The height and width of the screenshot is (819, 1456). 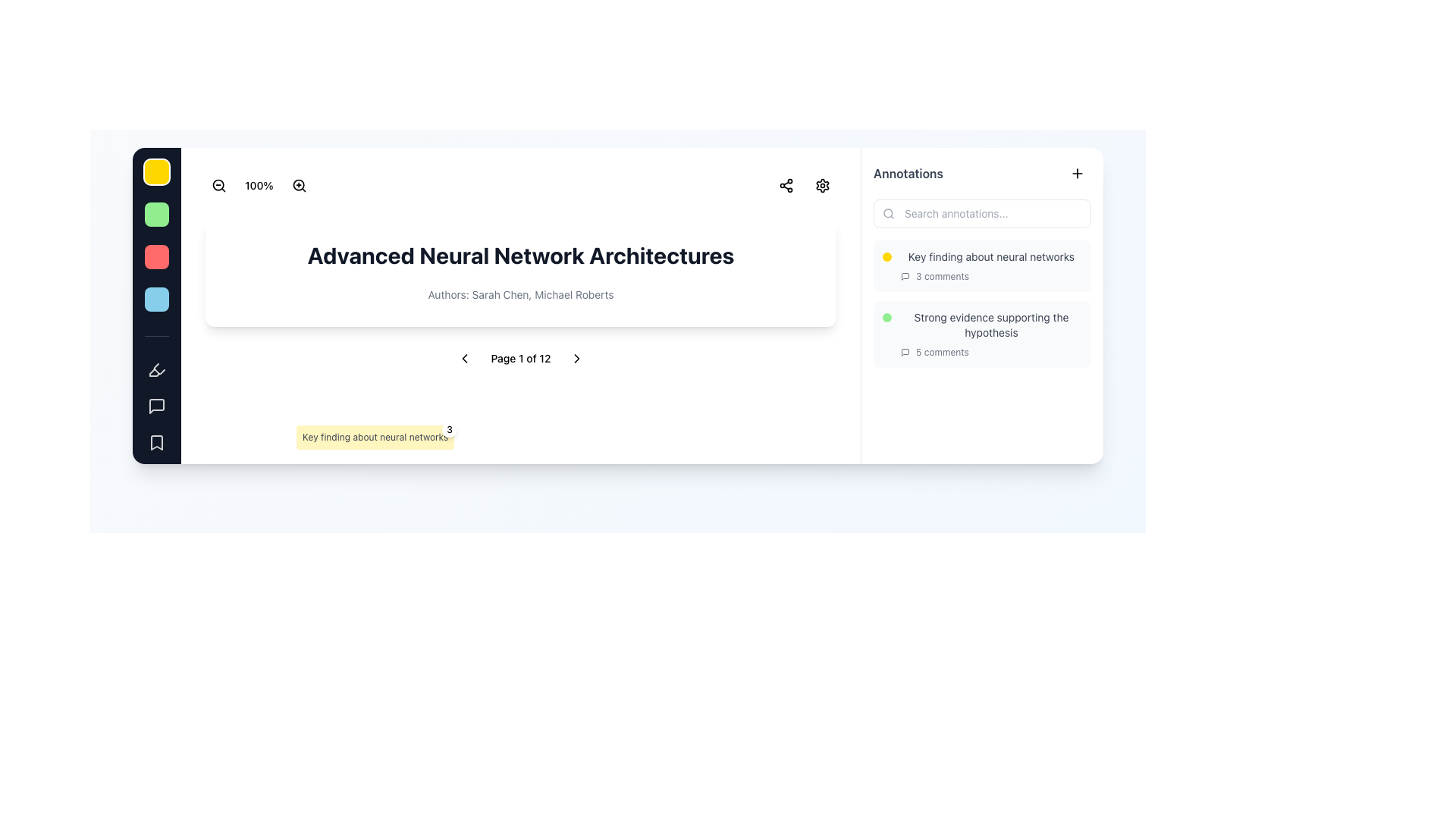 What do you see at coordinates (576, 359) in the screenshot?
I see `the rightward-pointing chevron icon, which is a narrow triangular shape located at the bottom of the top white content block, adjacent to the left navigation arrow and directly right of the 'Page 1 of 12' text` at bounding box center [576, 359].